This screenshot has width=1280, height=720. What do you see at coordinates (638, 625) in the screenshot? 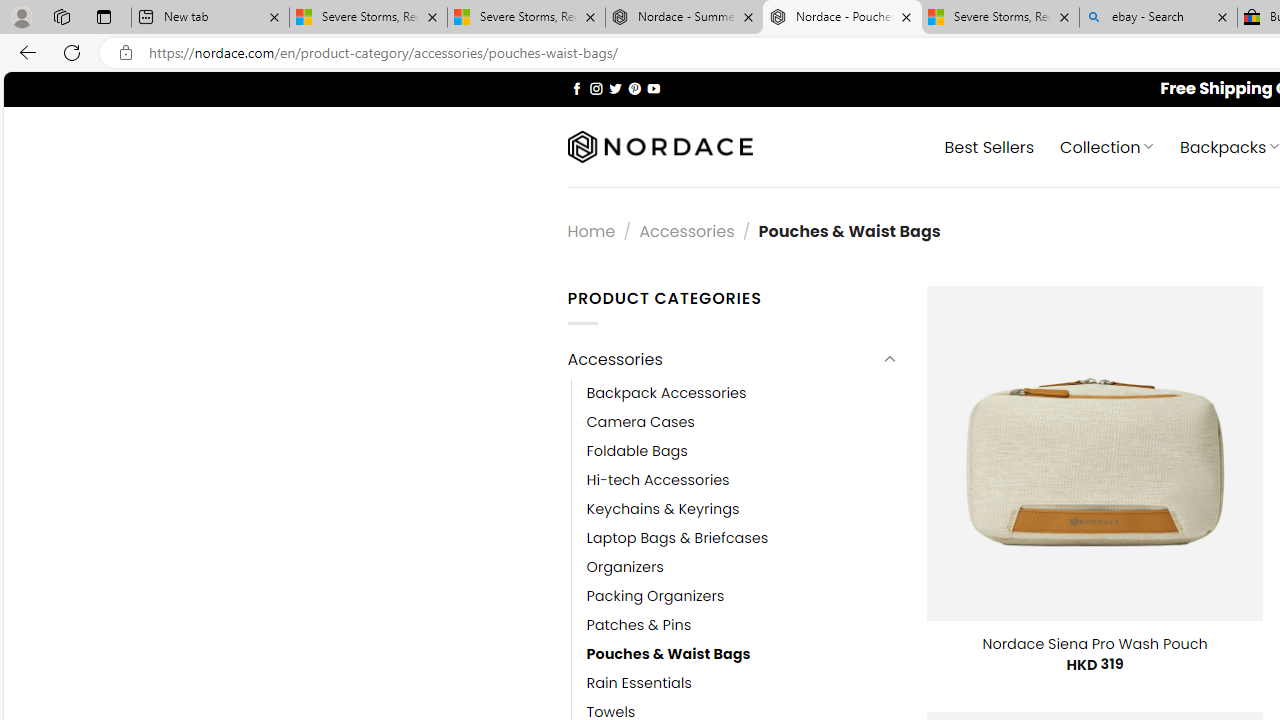
I see `'Patches & Pins'` at bounding box center [638, 625].